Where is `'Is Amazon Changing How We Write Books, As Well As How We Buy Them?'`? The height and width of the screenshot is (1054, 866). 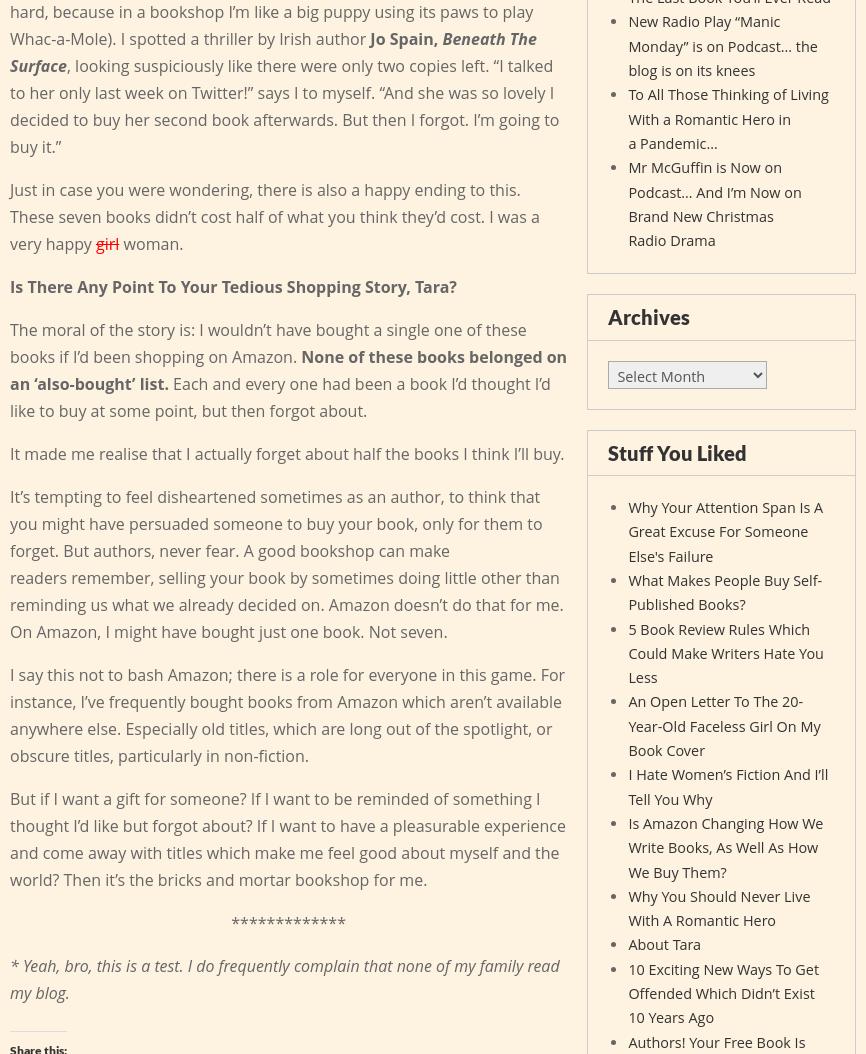 'Is Amazon Changing How We Write Books, As Well As How We Buy Them?' is located at coordinates (724, 846).